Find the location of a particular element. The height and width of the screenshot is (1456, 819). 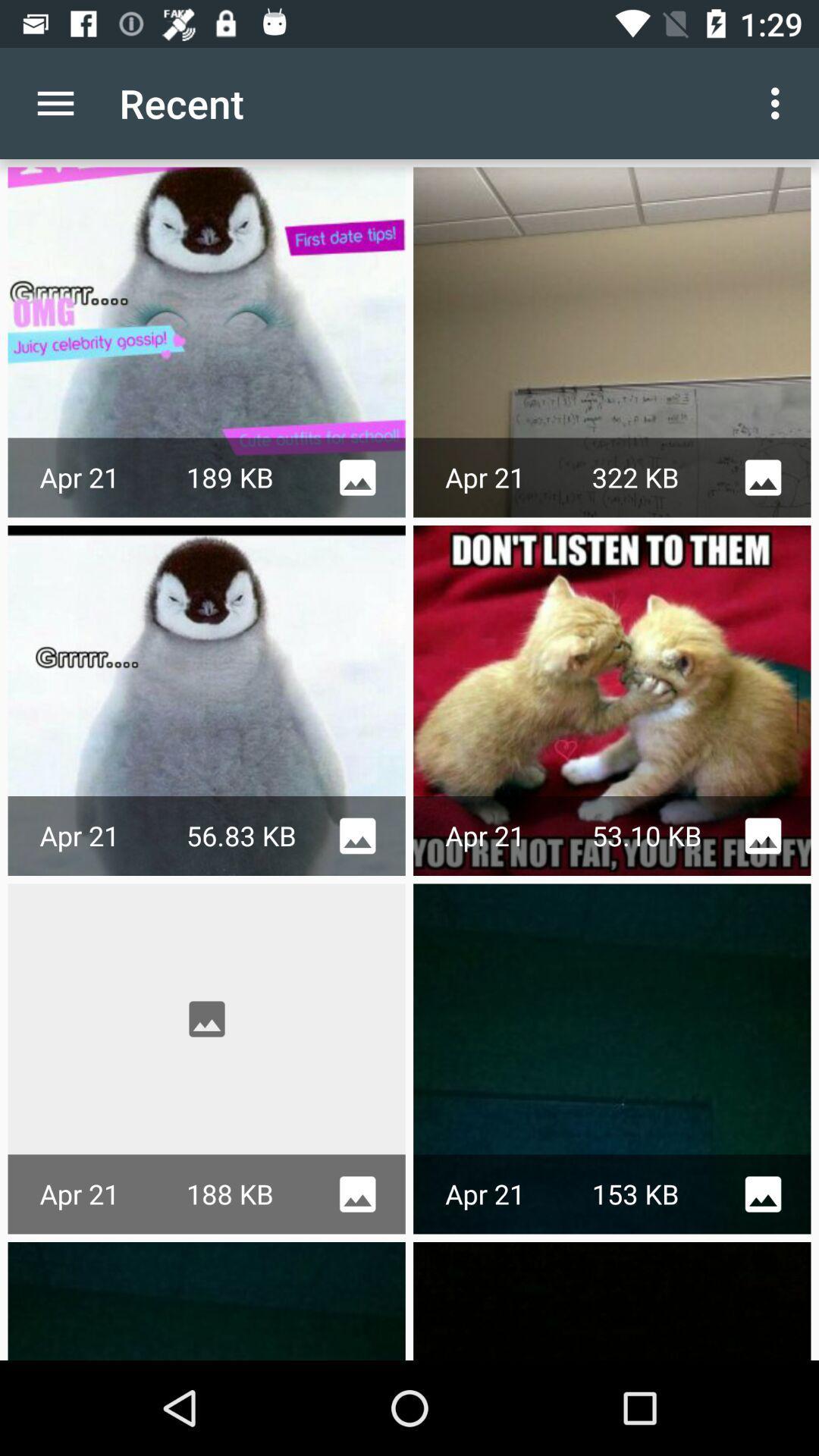

the app to the right of recent app is located at coordinates (779, 102).